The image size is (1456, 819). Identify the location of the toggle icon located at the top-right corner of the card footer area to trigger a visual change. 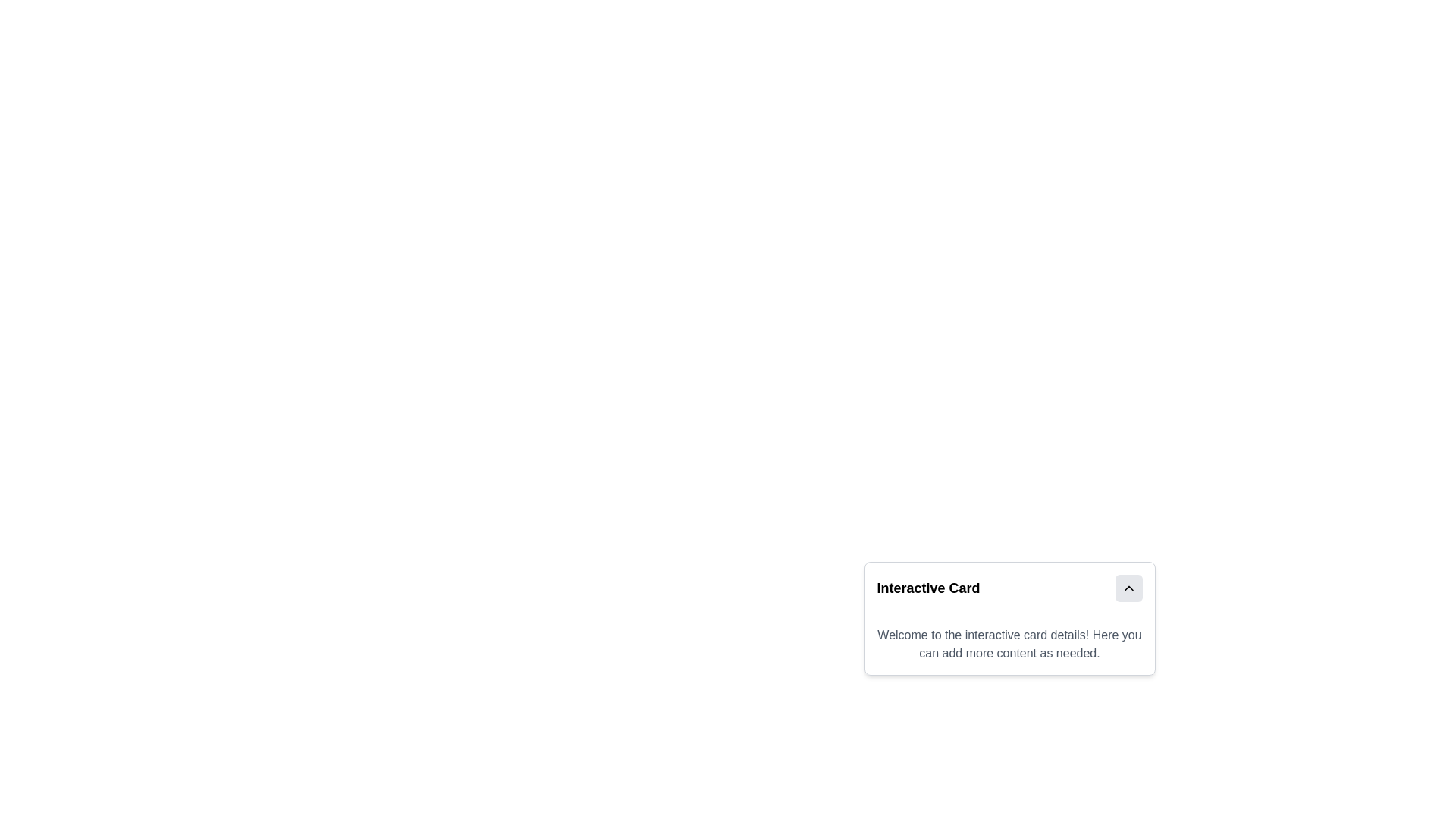
(1128, 587).